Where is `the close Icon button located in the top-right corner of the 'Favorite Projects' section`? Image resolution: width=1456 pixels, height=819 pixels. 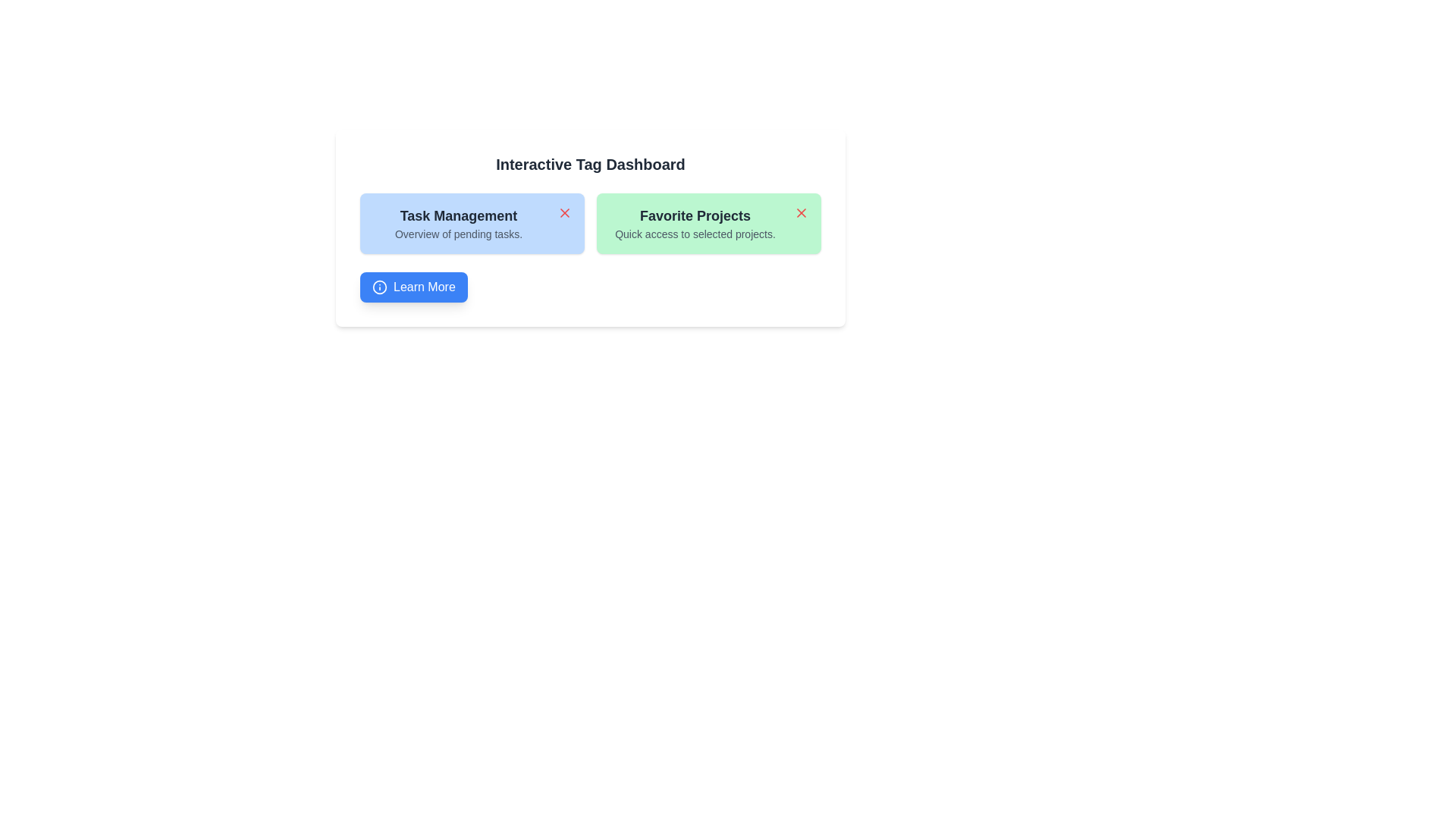 the close Icon button located in the top-right corner of the 'Favorite Projects' section is located at coordinates (800, 213).